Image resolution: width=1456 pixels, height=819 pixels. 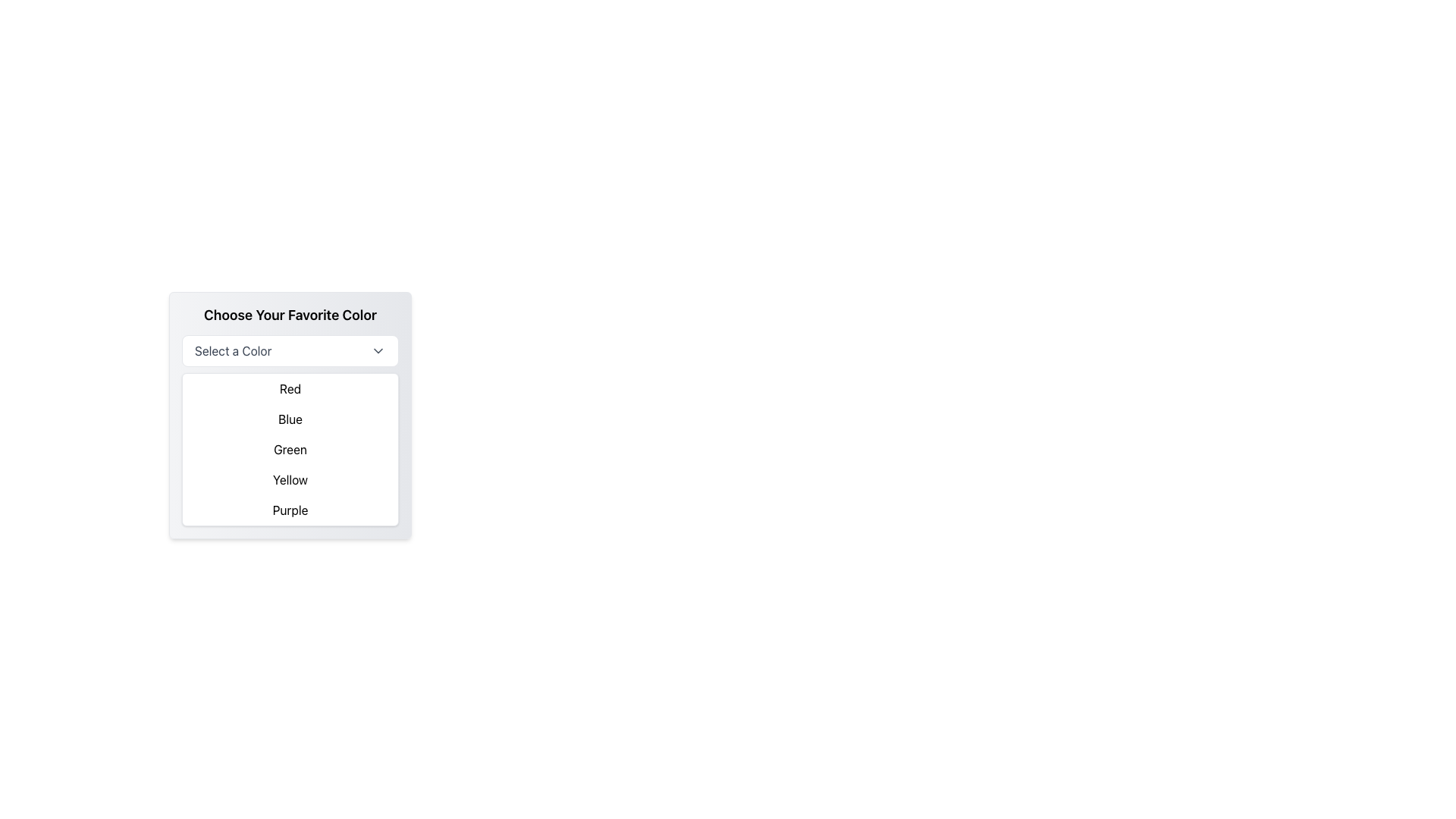 I want to click on the dropdown menu that provides a list of color options for selection, located below the 'Select a Color' option, so click(x=290, y=449).